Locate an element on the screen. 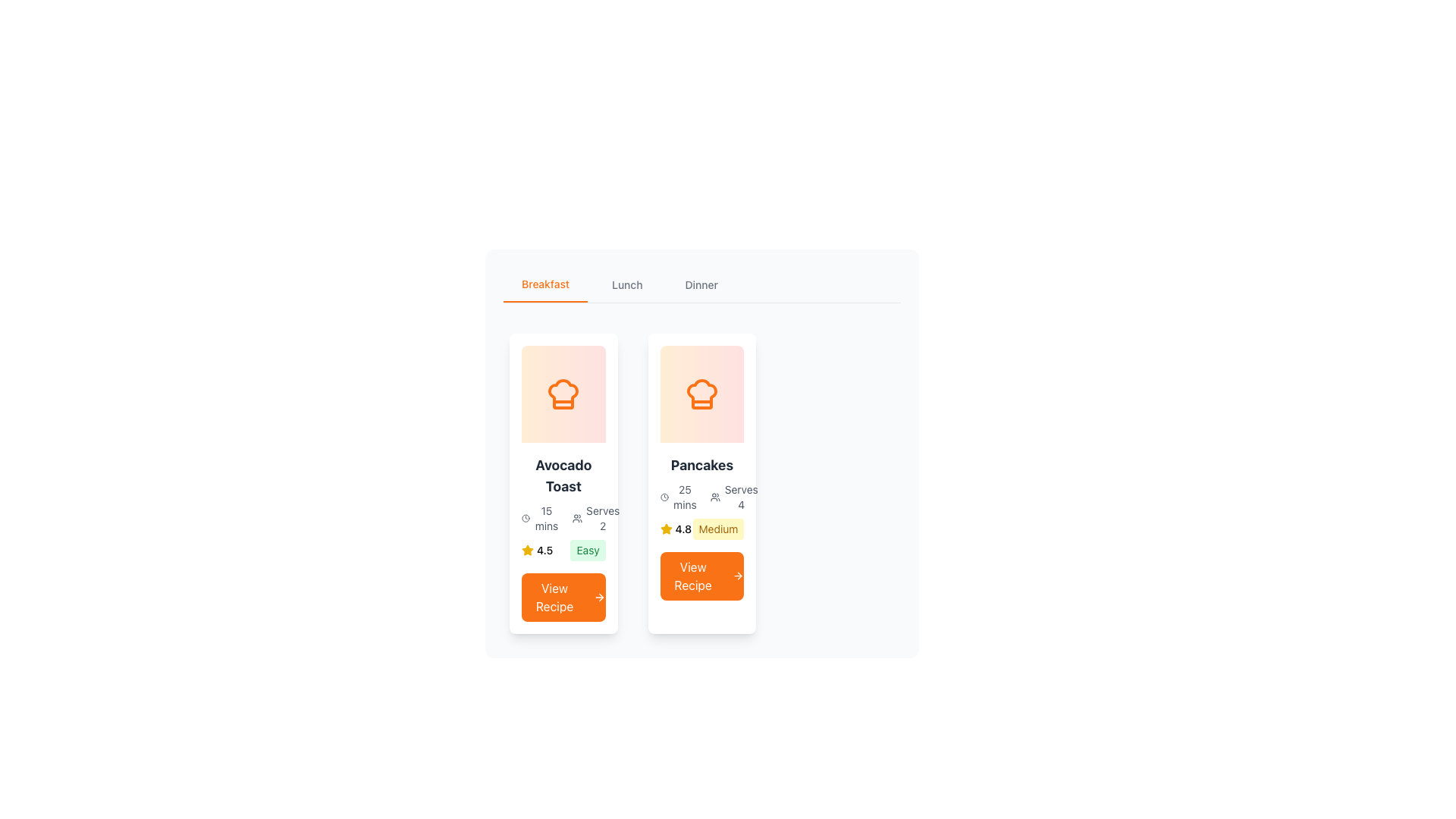 This screenshot has width=1456, height=819. information displayed on the Informational text with icon that shows 'Serves 4' under the recipe description for 'Pancakes' is located at coordinates (735, 497).